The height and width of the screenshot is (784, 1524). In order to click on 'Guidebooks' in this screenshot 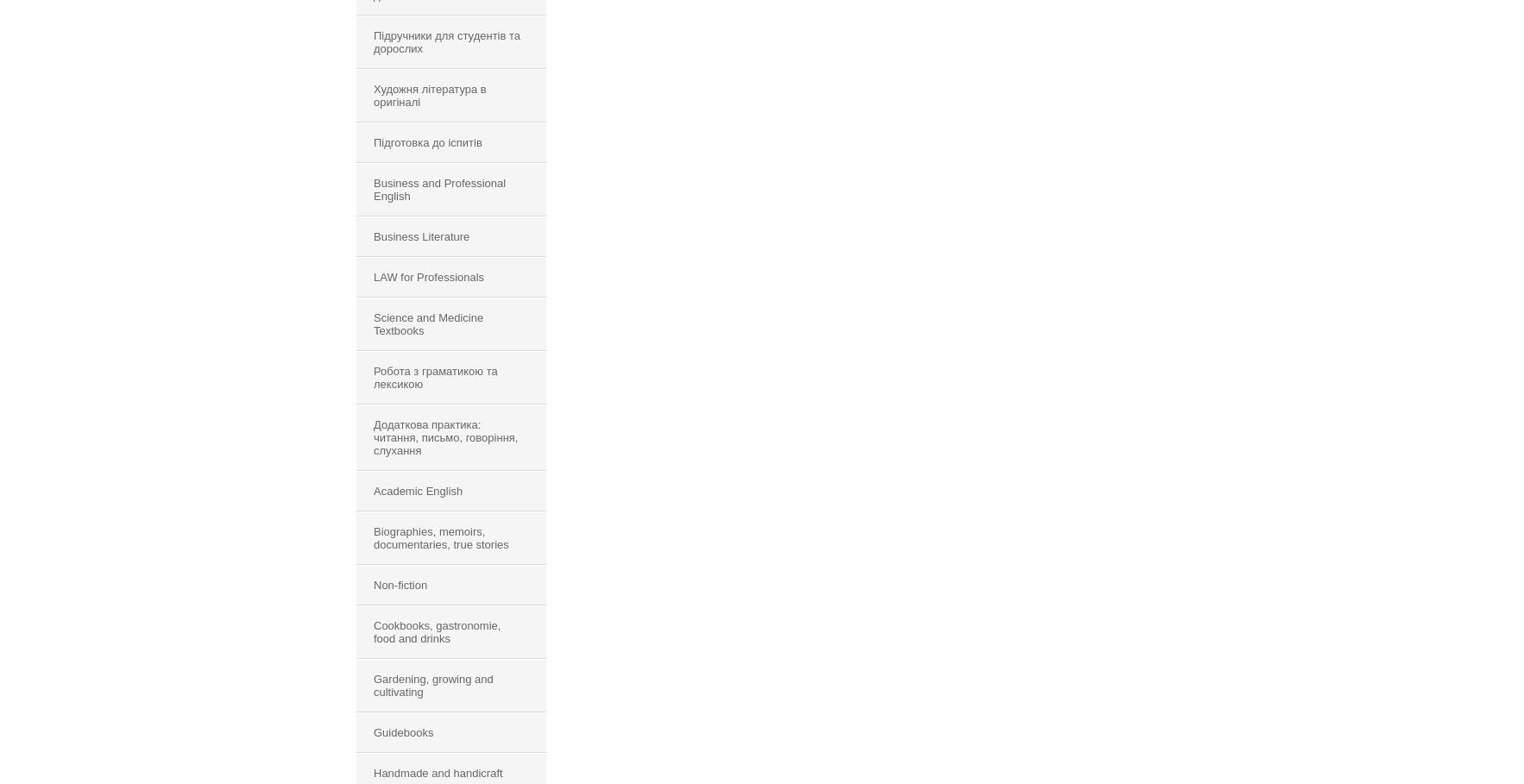, I will do `click(403, 731)`.